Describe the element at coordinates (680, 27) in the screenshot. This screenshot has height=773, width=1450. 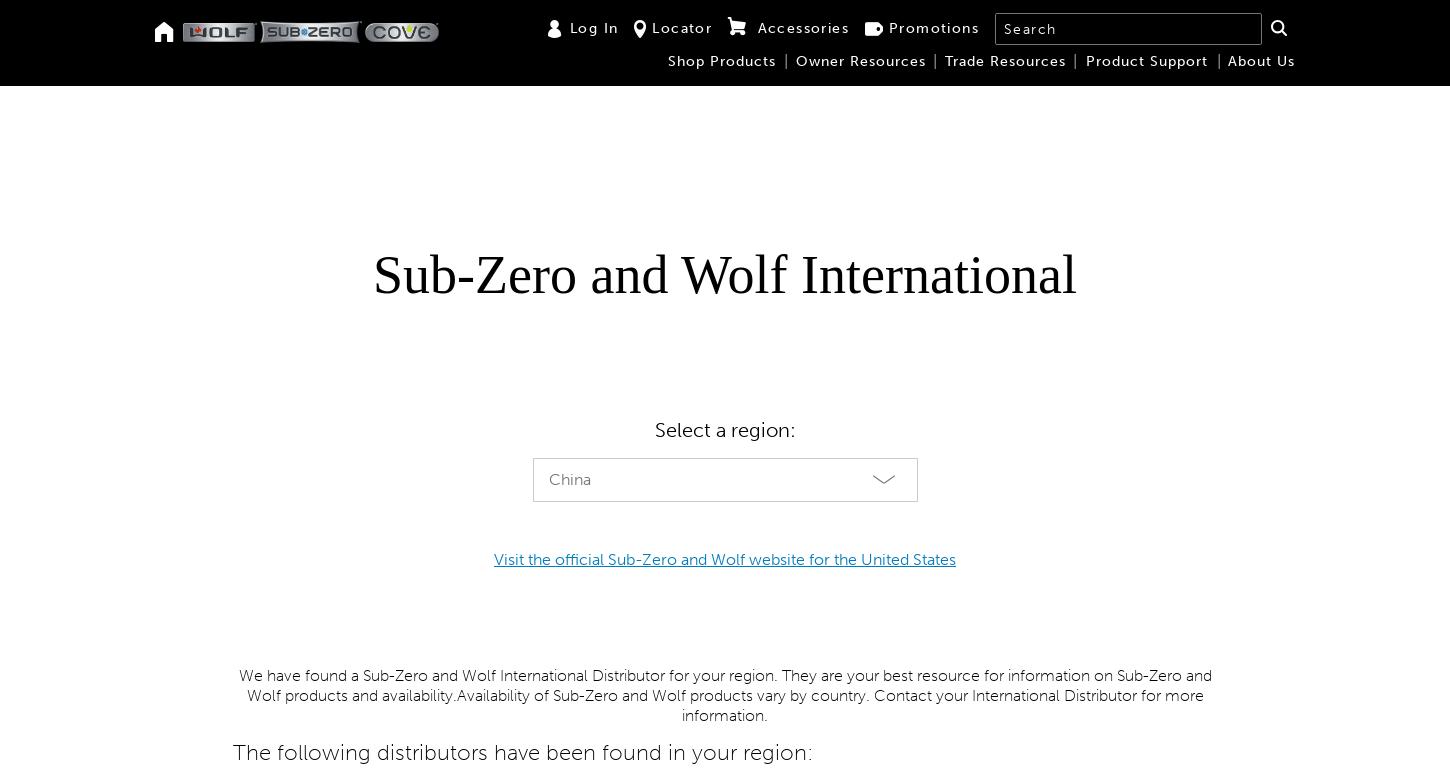
I see `'Locator'` at that location.